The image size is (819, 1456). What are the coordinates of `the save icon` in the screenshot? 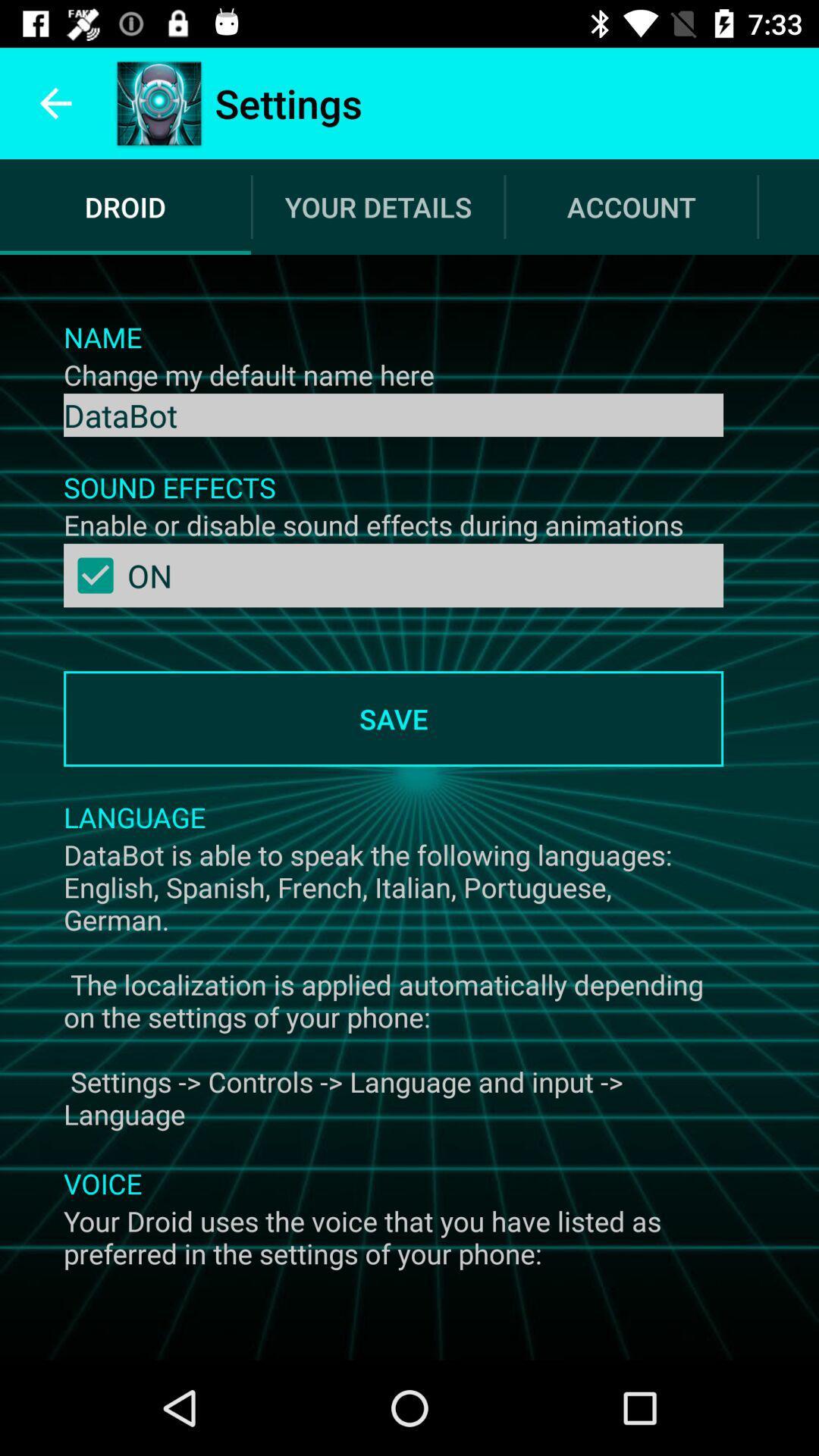 It's located at (393, 718).